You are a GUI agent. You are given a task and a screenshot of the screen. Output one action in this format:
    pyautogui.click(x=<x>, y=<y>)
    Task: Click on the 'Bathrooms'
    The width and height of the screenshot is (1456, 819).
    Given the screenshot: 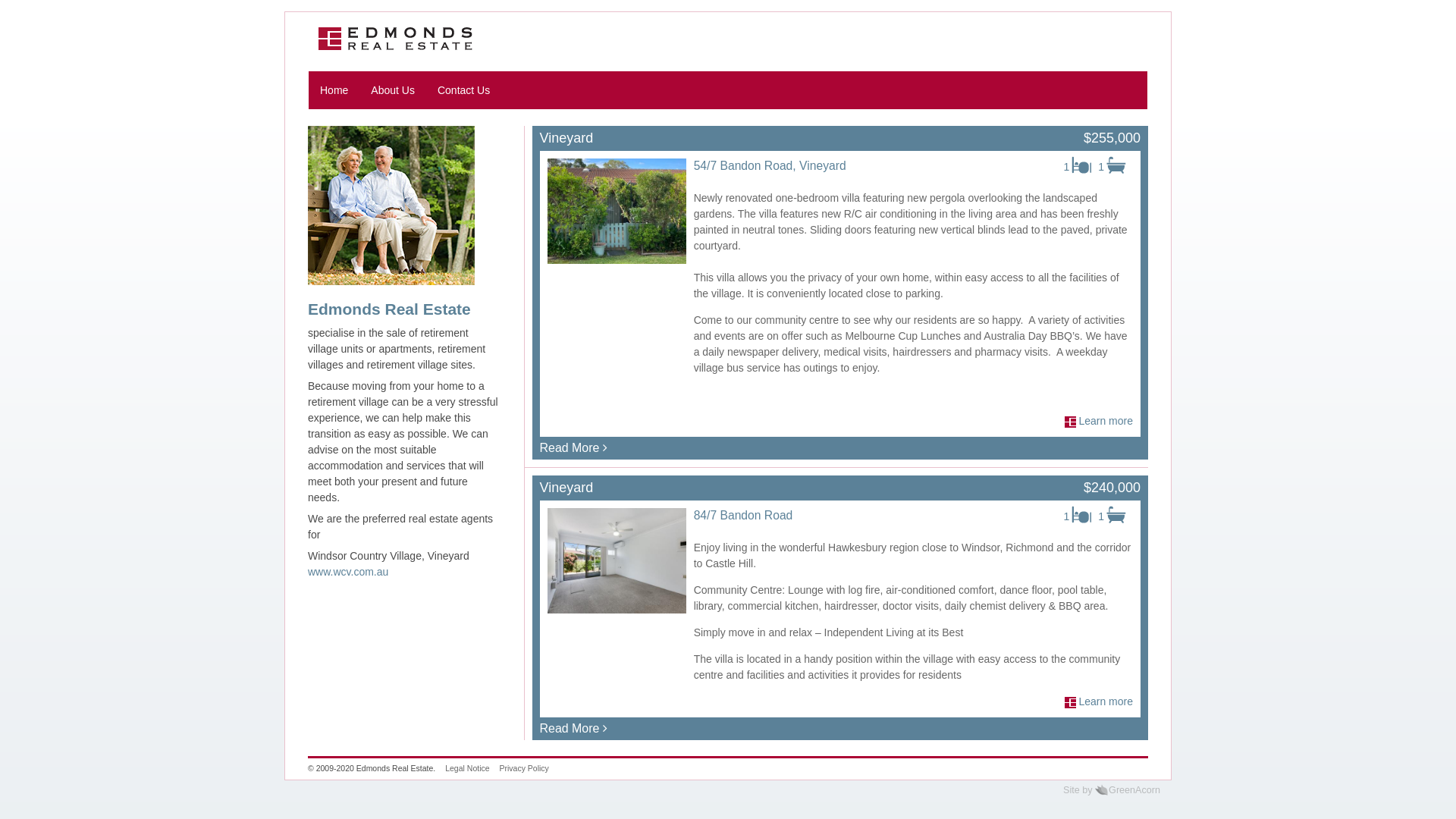 What is the action you would take?
    pyautogui.click(x=1118, y=513)
    